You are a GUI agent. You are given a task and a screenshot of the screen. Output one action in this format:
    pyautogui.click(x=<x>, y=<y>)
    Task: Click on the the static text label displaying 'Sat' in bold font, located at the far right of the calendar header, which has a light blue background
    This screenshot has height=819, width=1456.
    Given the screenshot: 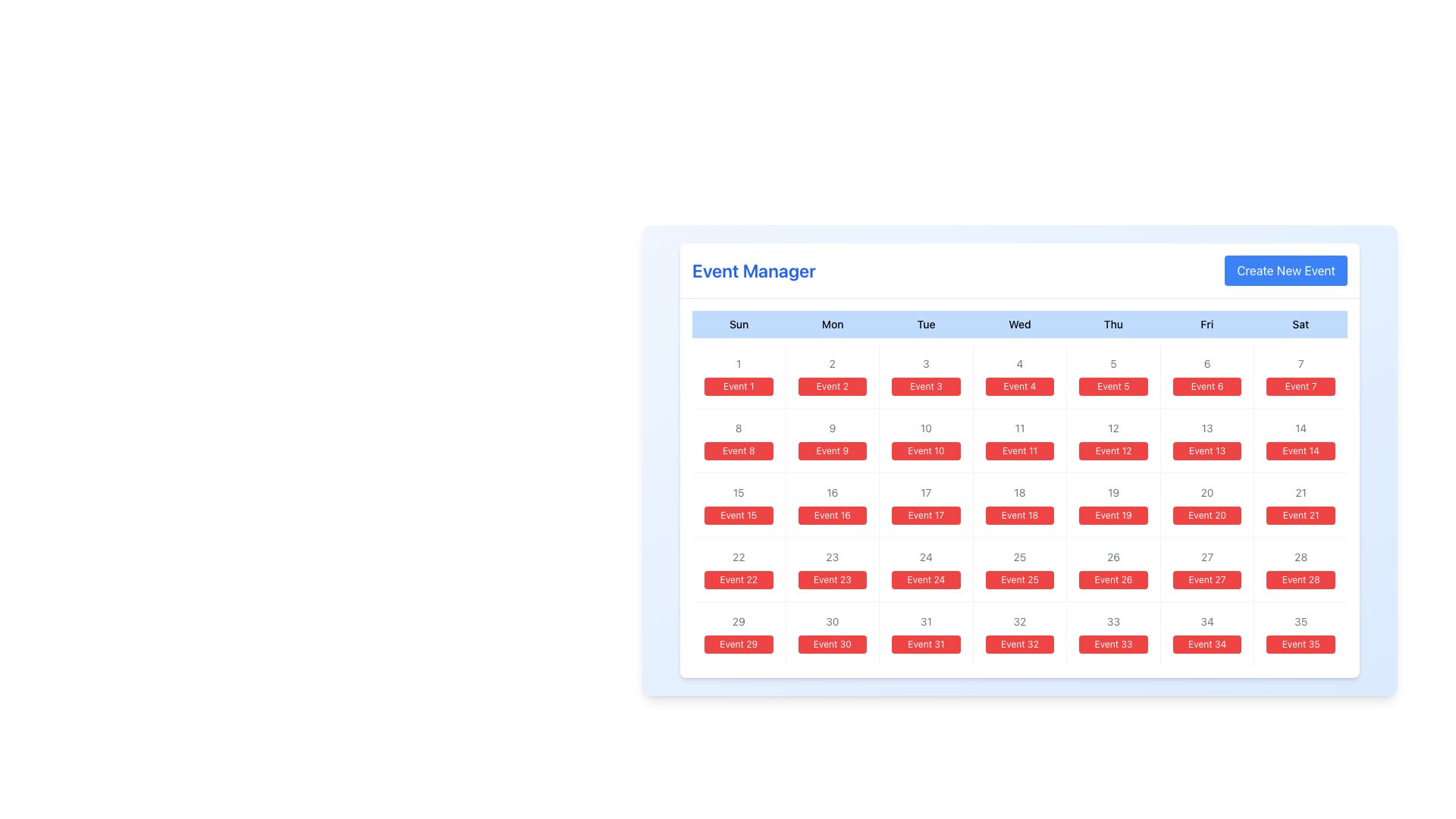 What is the action you would take?
    pyautogui.click(x=1300, y=324)
    